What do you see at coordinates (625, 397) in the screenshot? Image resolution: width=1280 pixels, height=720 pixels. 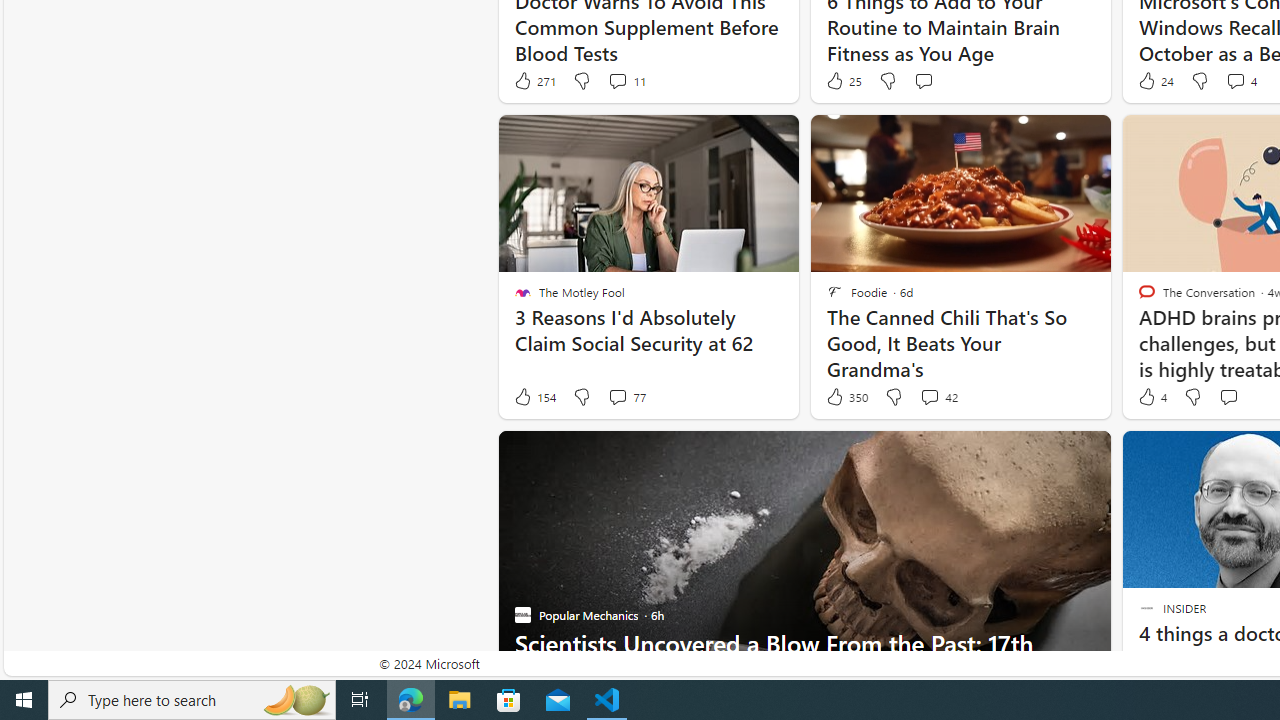 I see `'View comments 77 Comment'` at bounding box center [625, 397].